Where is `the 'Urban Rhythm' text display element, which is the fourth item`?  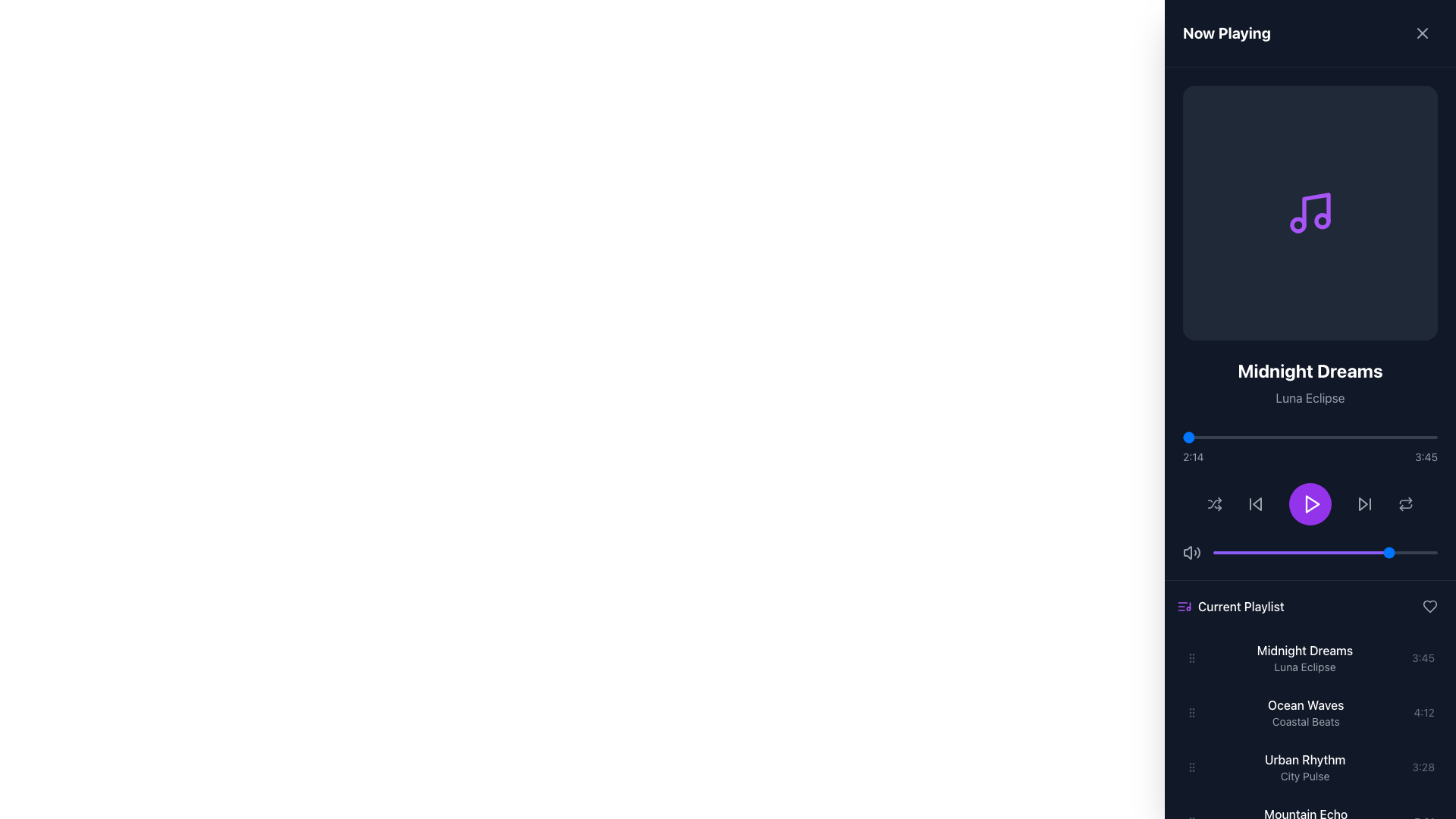
the 'Urban Rhythm' text display element, which is the fourth item is located at coordinates (1304, 767).